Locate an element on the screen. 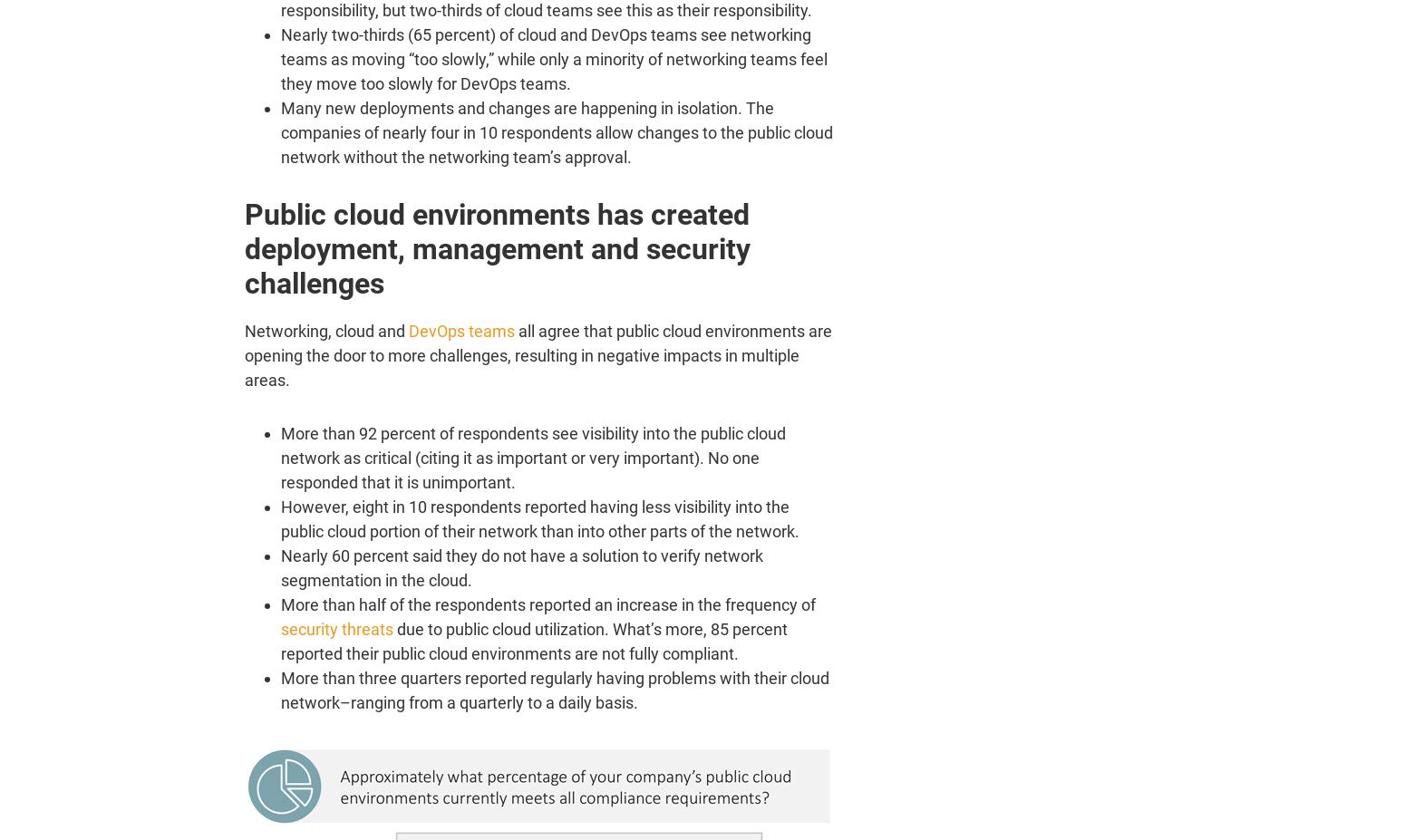 The width and height of the screenshot is (1405, 840). 'However, eight in 10 respondents reported having less visibility into the public cloud portion of their network than into other parts of the network.' is located at coordinates (539, 518).